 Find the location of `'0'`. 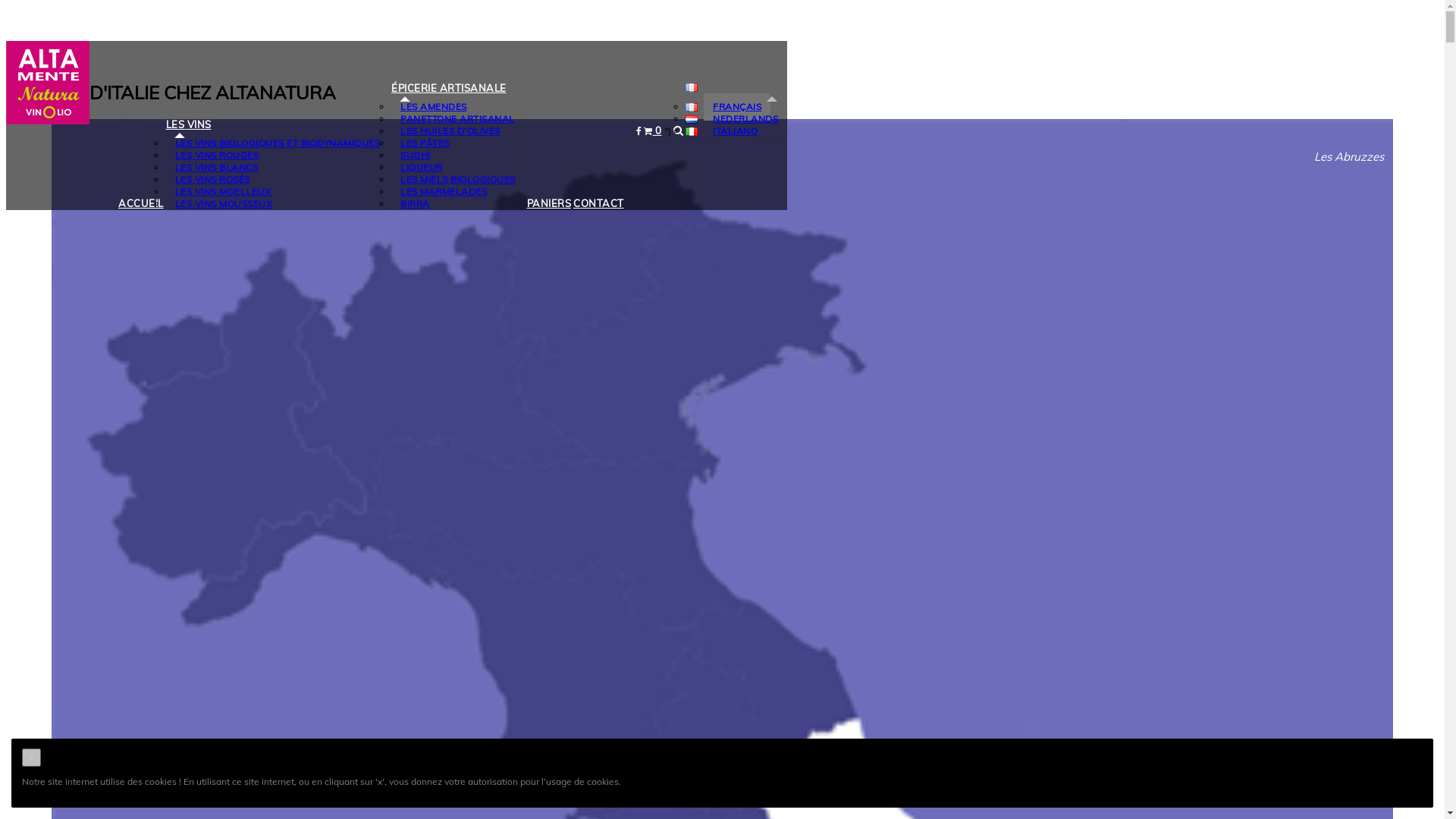

'0' is located at coordinates (644, 130).